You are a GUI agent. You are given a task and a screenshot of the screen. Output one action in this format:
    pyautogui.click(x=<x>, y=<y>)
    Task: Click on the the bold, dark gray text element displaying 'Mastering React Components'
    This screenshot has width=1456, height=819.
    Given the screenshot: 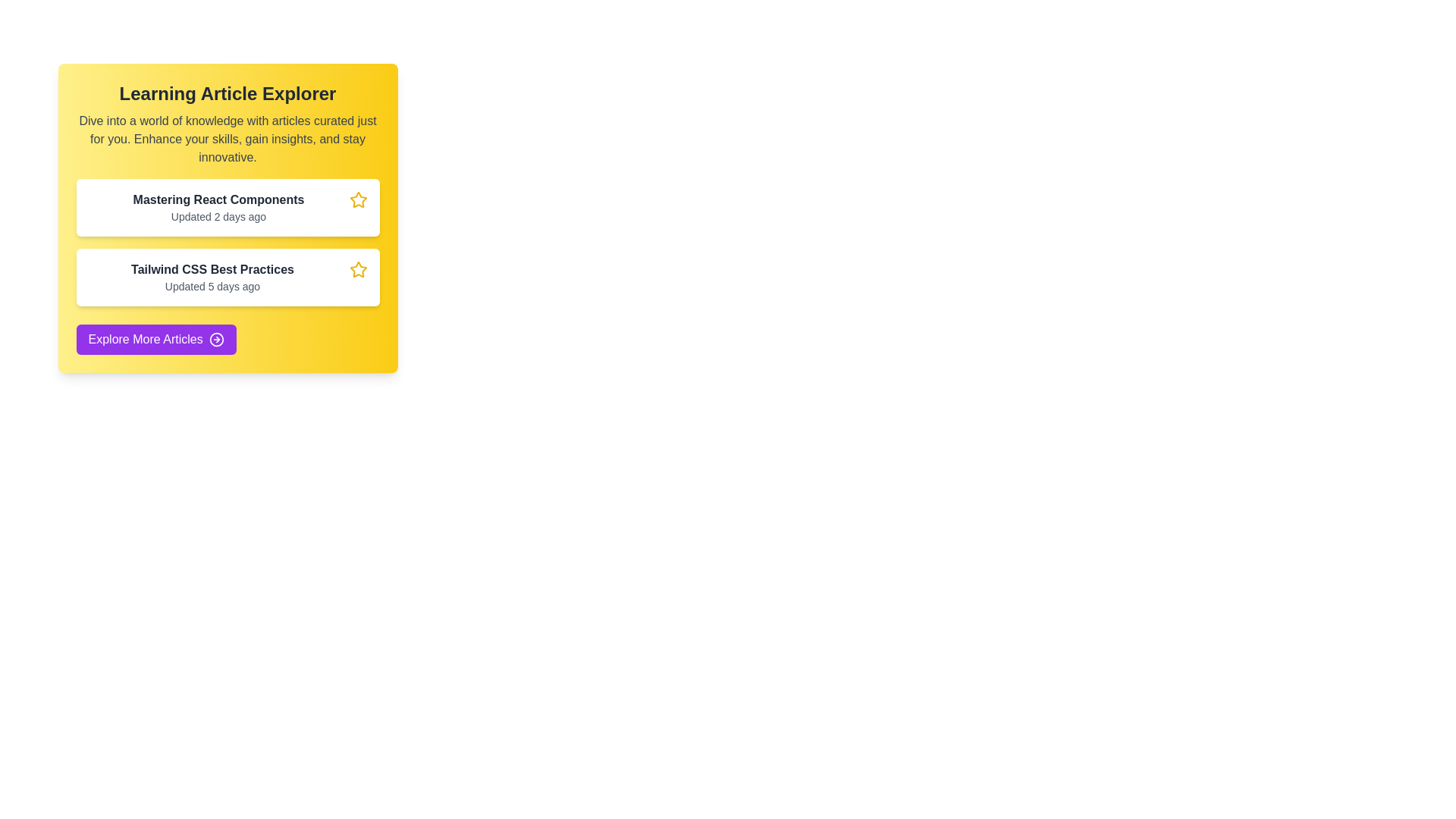 What is the action you would take?
    pyautogui.click(x=218, y=199)
    